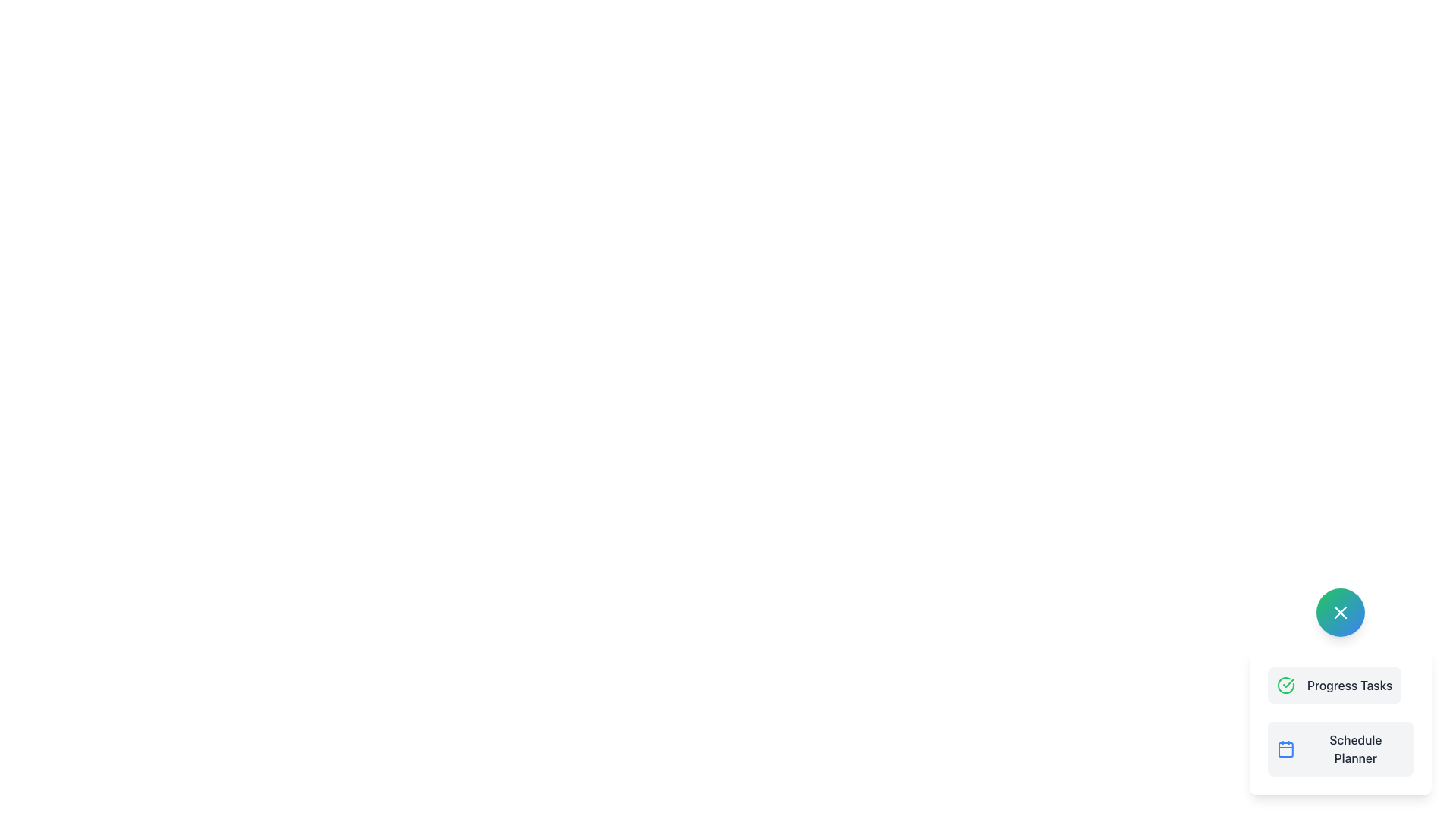  Describe the element at coordinates (1340, 611) in the screenshot. I see `the close or dismiss button icon located at the center of the circular button near the bottom-right area of the interface` at that location.